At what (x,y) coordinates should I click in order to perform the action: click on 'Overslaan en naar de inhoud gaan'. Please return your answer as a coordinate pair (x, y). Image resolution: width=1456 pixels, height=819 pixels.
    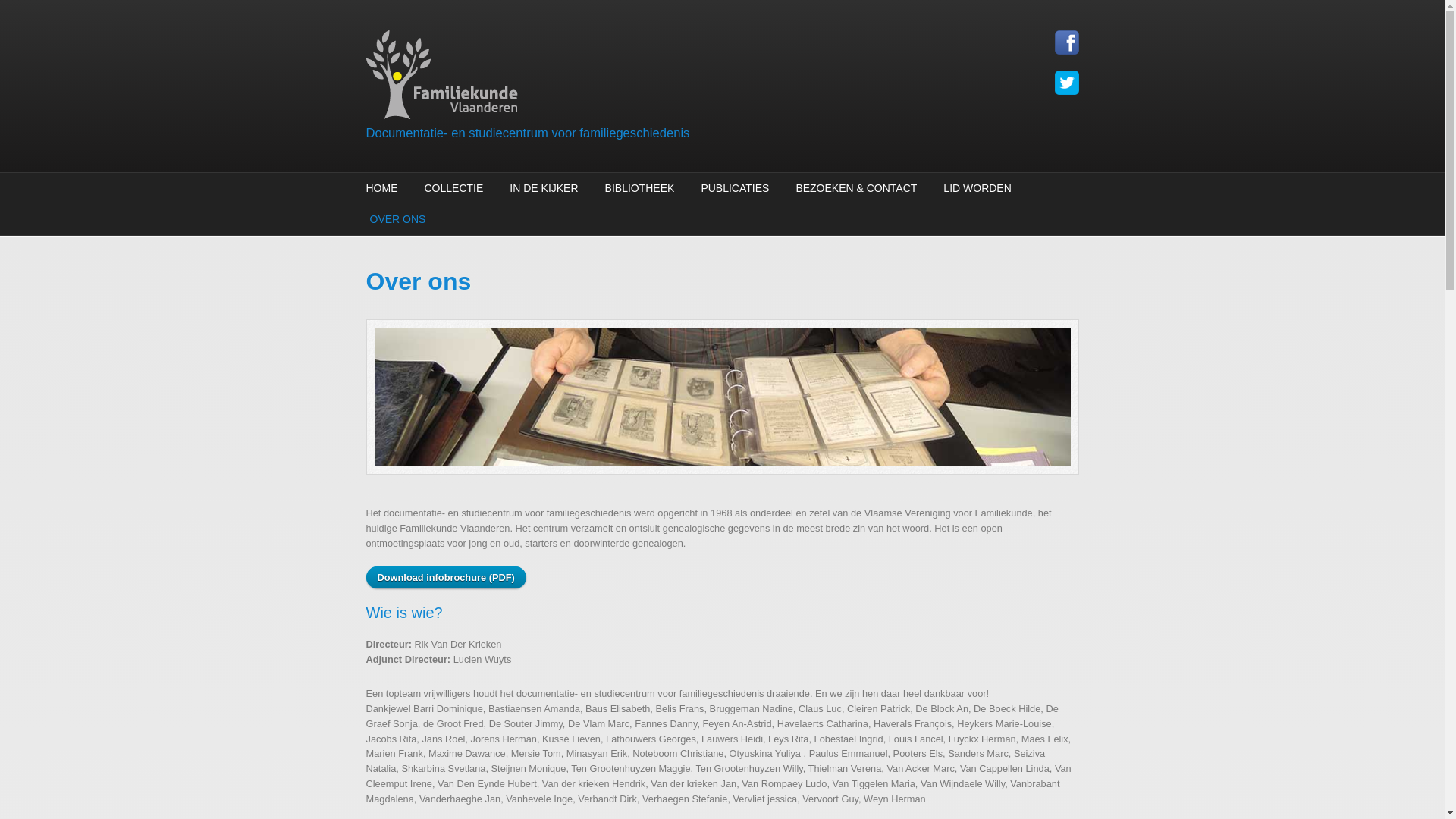
    Looking at the image, I should click on (0, 0).